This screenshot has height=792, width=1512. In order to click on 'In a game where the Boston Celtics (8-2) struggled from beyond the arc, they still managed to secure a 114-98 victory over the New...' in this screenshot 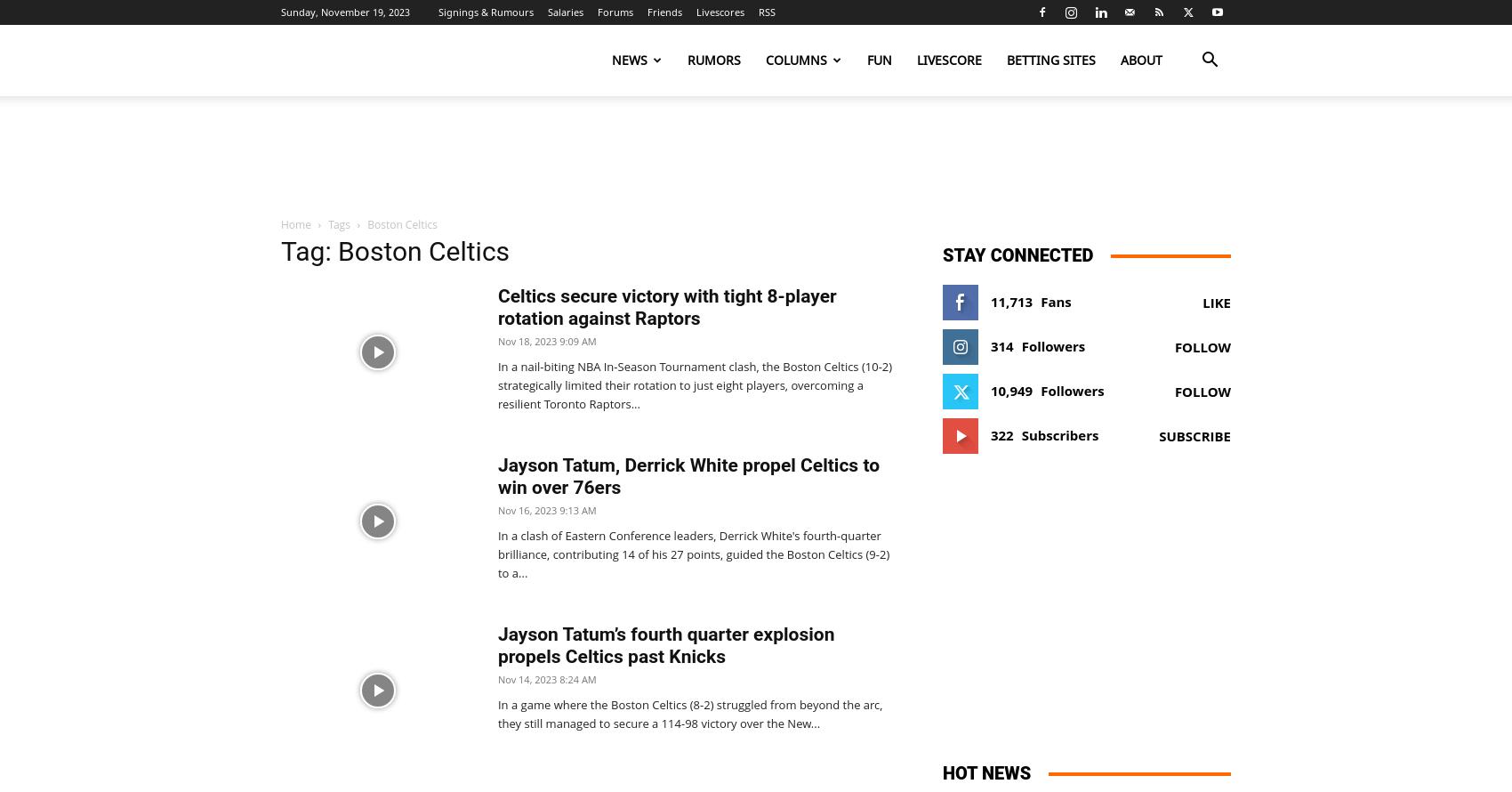, I will do `click(689, 714)`.